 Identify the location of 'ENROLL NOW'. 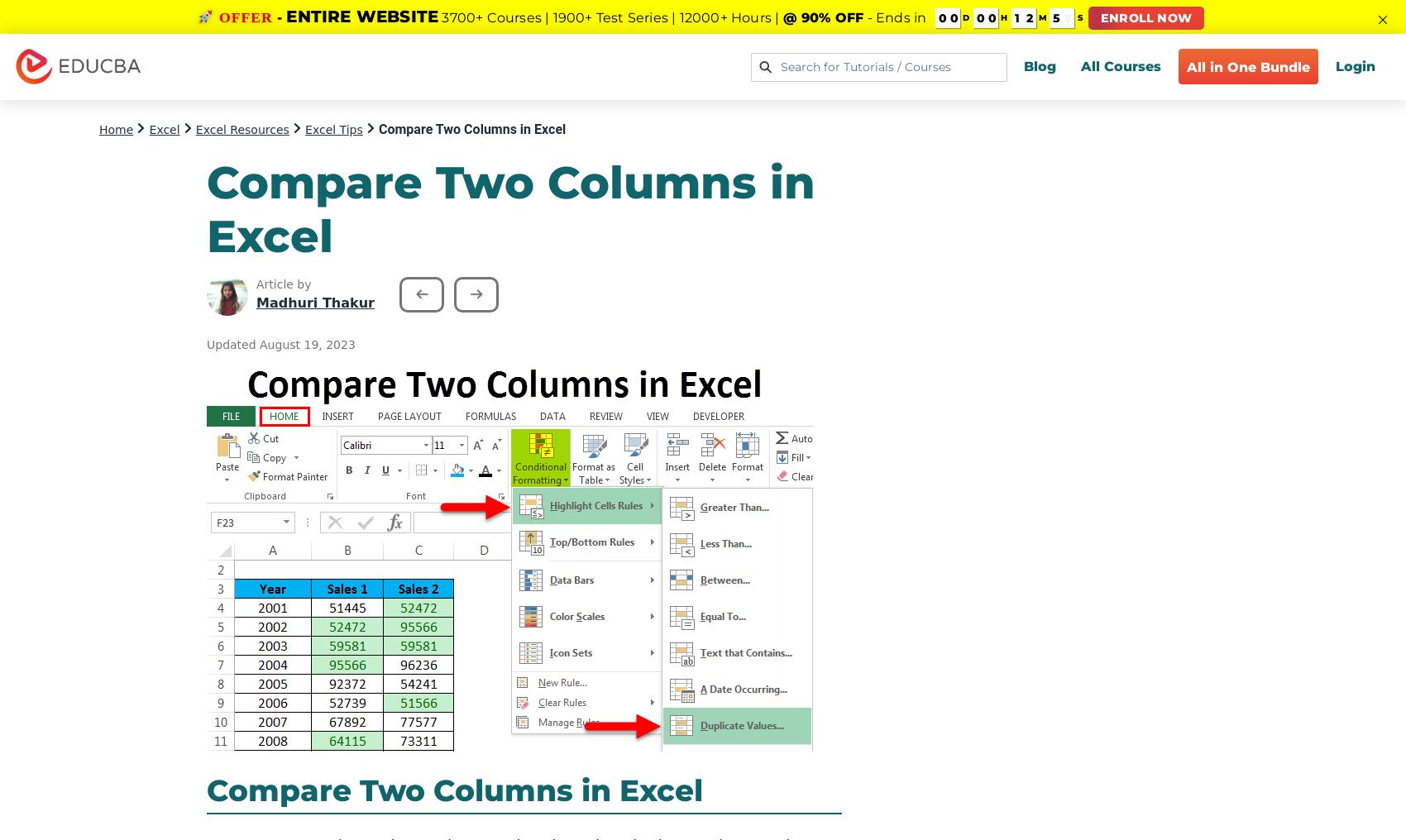
(1145, 17).